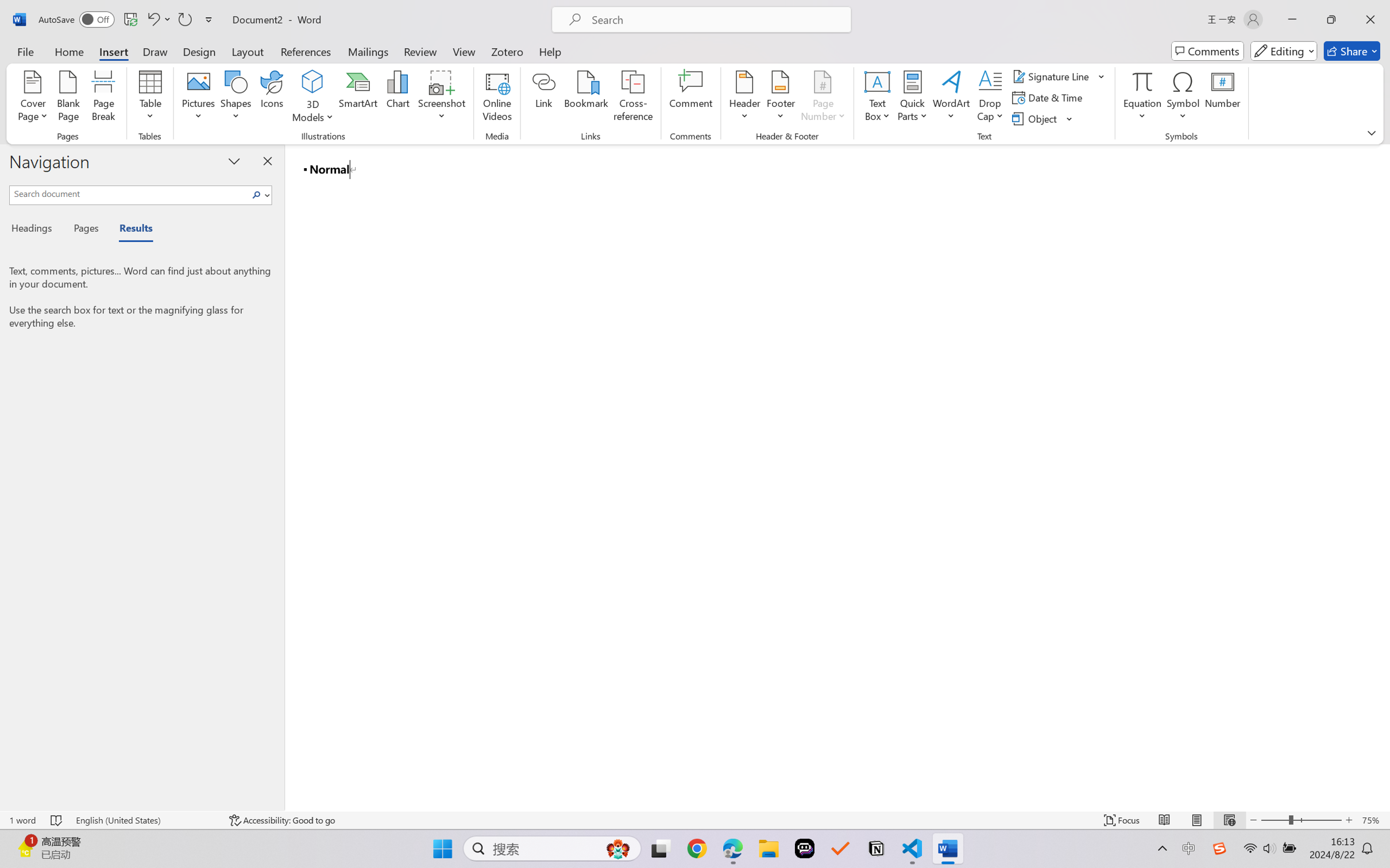 This screenshot has height=868, width=1390. I want to click on 'Comment', so click(690, 98).